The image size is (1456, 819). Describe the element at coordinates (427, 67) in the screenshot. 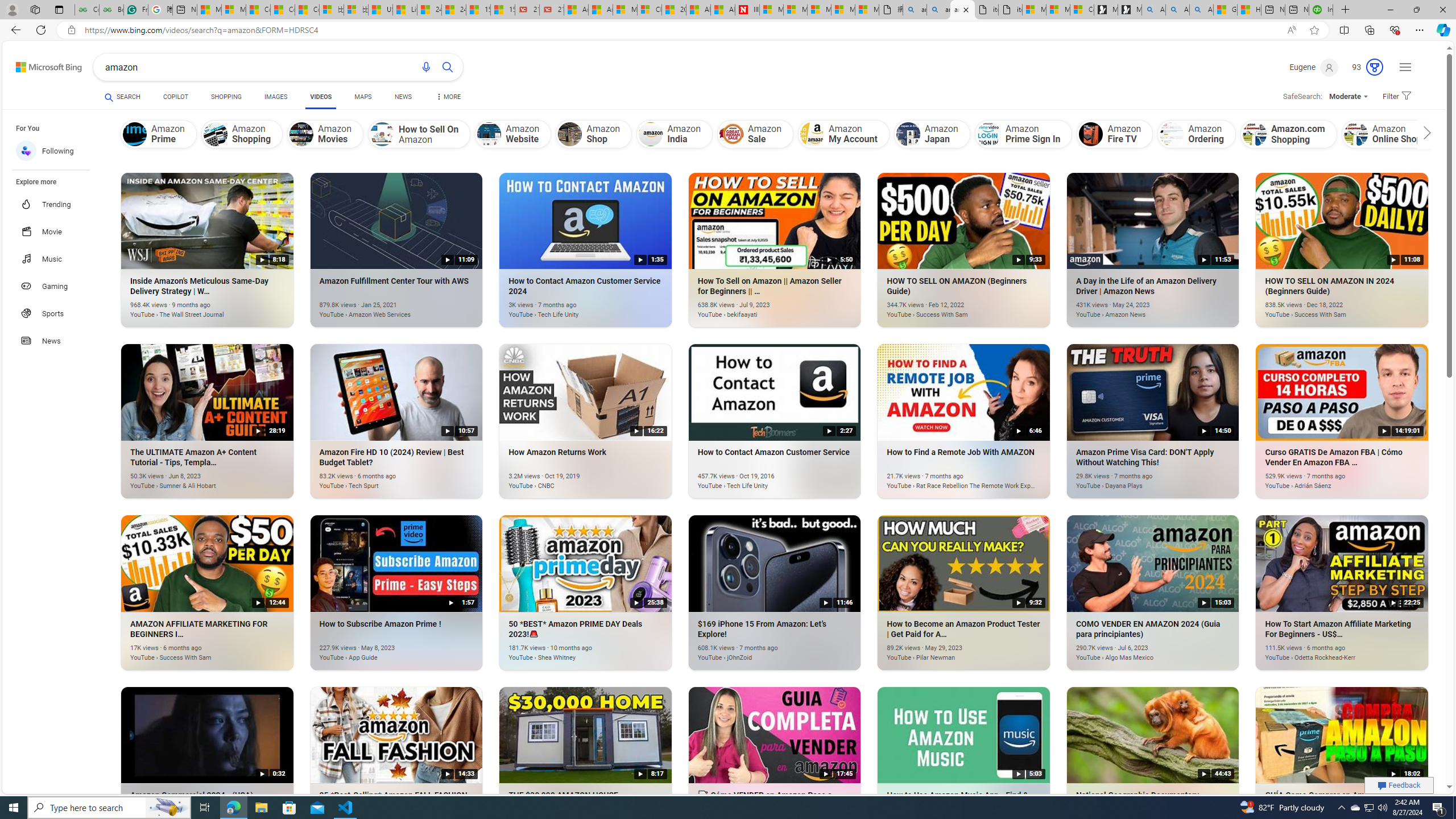

I see `'Search using voice'` at that location.